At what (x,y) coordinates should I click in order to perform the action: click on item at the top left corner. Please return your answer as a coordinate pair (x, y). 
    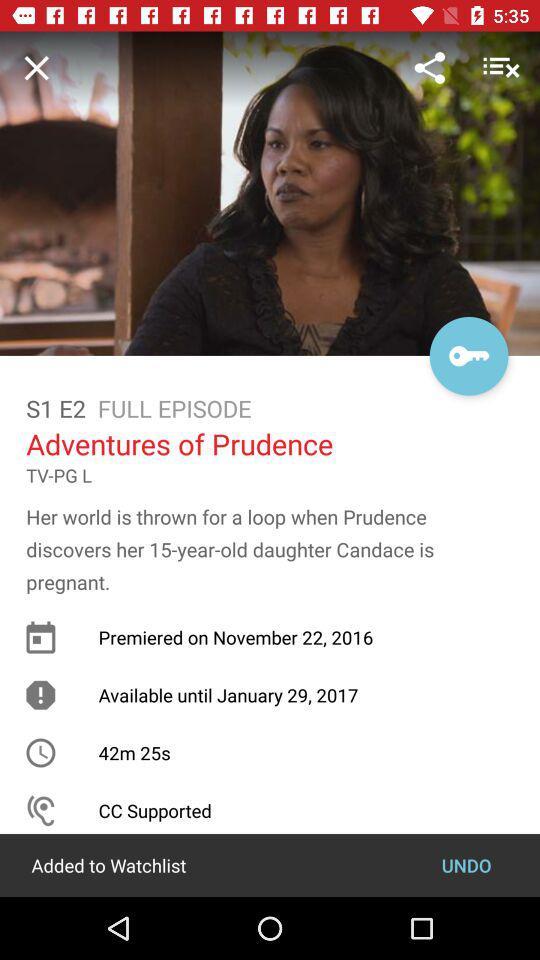
    Looking at the image, I should click on (36, 67).